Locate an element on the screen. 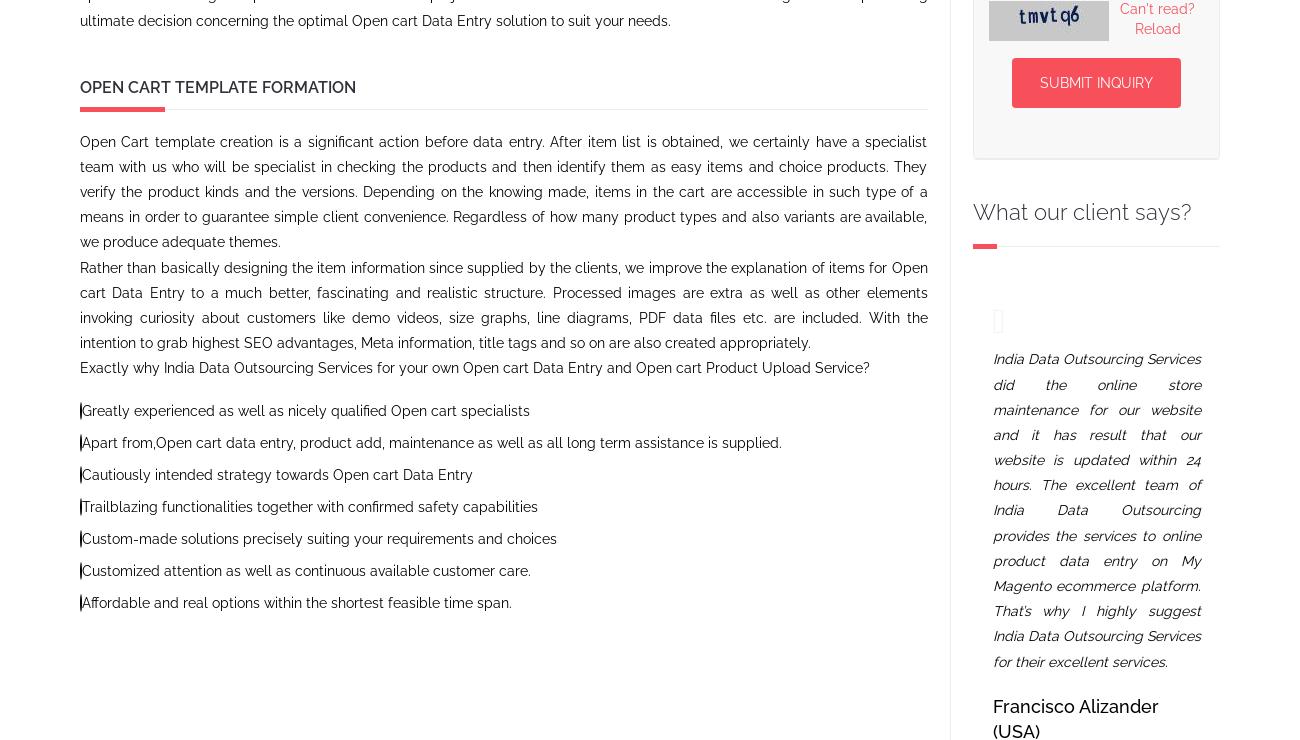 The image size is (1300, 740). 'Affordable and real options within the shortest feasible time span.' is located at coordinates (82, 603).